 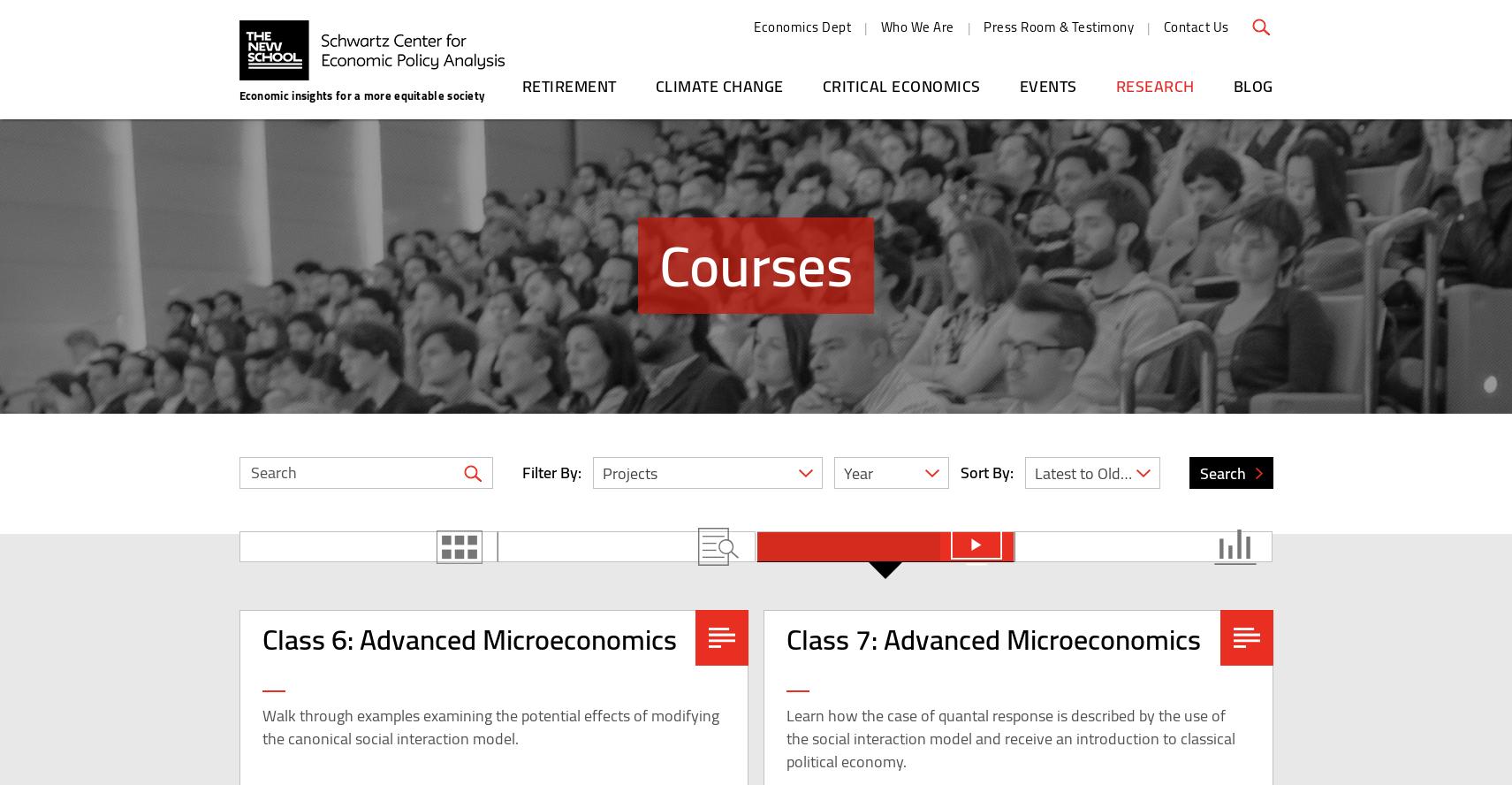 I want to click on 'Class 6: Advanced Microeconomics', so click(x=468, y=667).